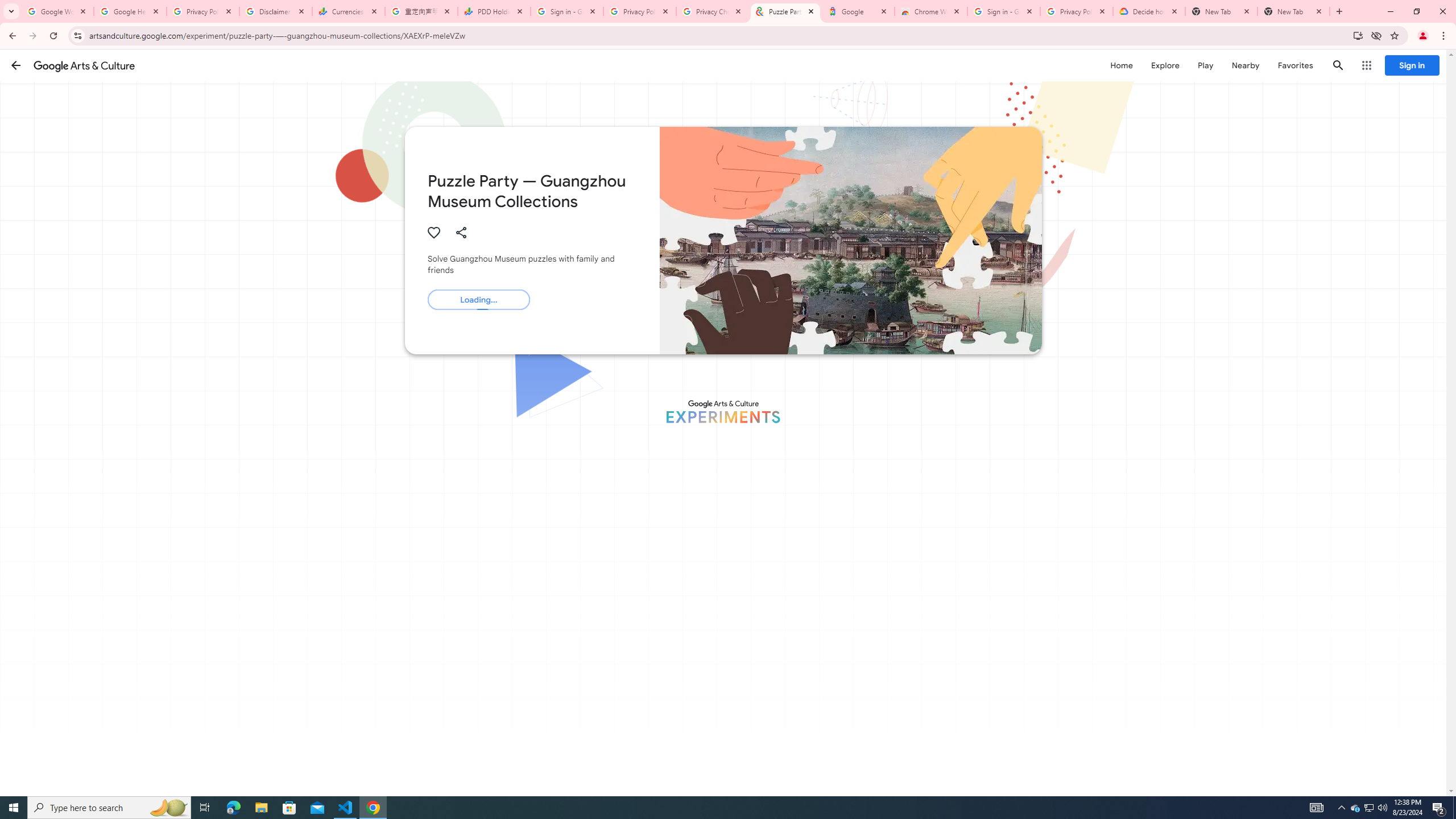 The width and height of the screenshot is (1456, 819). I want to click on 'Favorites', so click(1294, 65).